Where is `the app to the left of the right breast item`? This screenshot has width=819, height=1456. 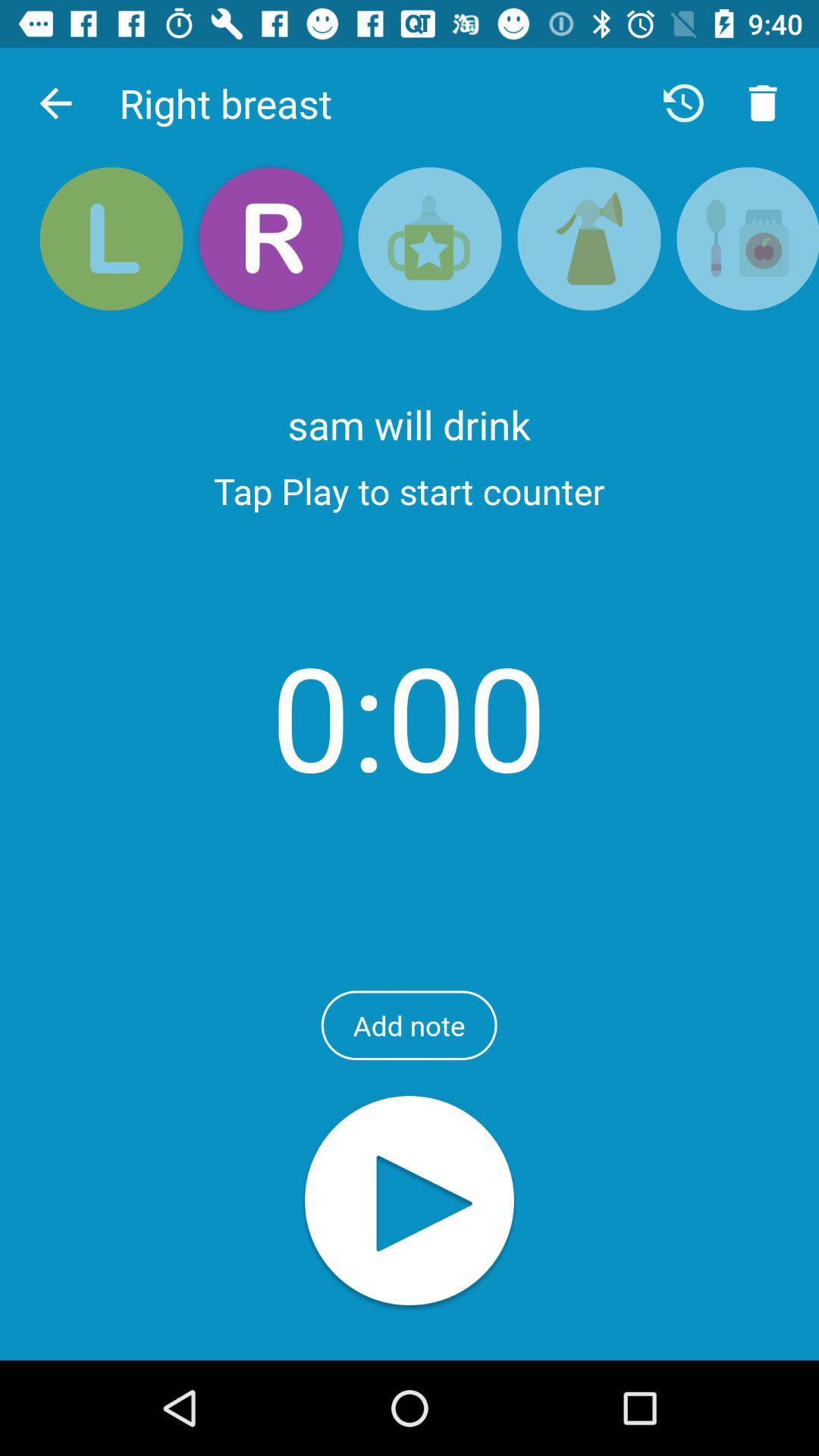
the app to the left of the right breast item is located at coordinates (55, 102).